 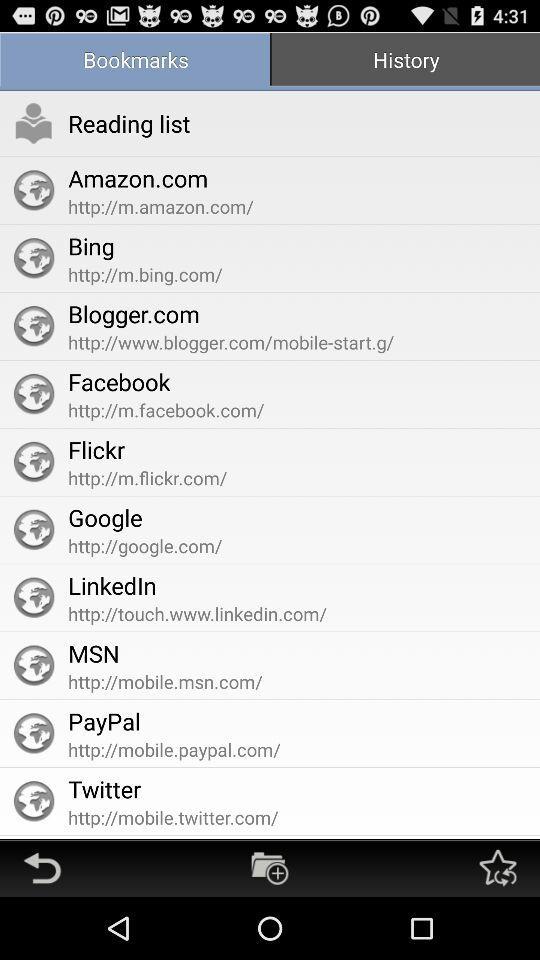 What do you see at coordinates (135, 61) in the screenshot?
I see `the bookmarks icon` at bounding box center [135, 61].